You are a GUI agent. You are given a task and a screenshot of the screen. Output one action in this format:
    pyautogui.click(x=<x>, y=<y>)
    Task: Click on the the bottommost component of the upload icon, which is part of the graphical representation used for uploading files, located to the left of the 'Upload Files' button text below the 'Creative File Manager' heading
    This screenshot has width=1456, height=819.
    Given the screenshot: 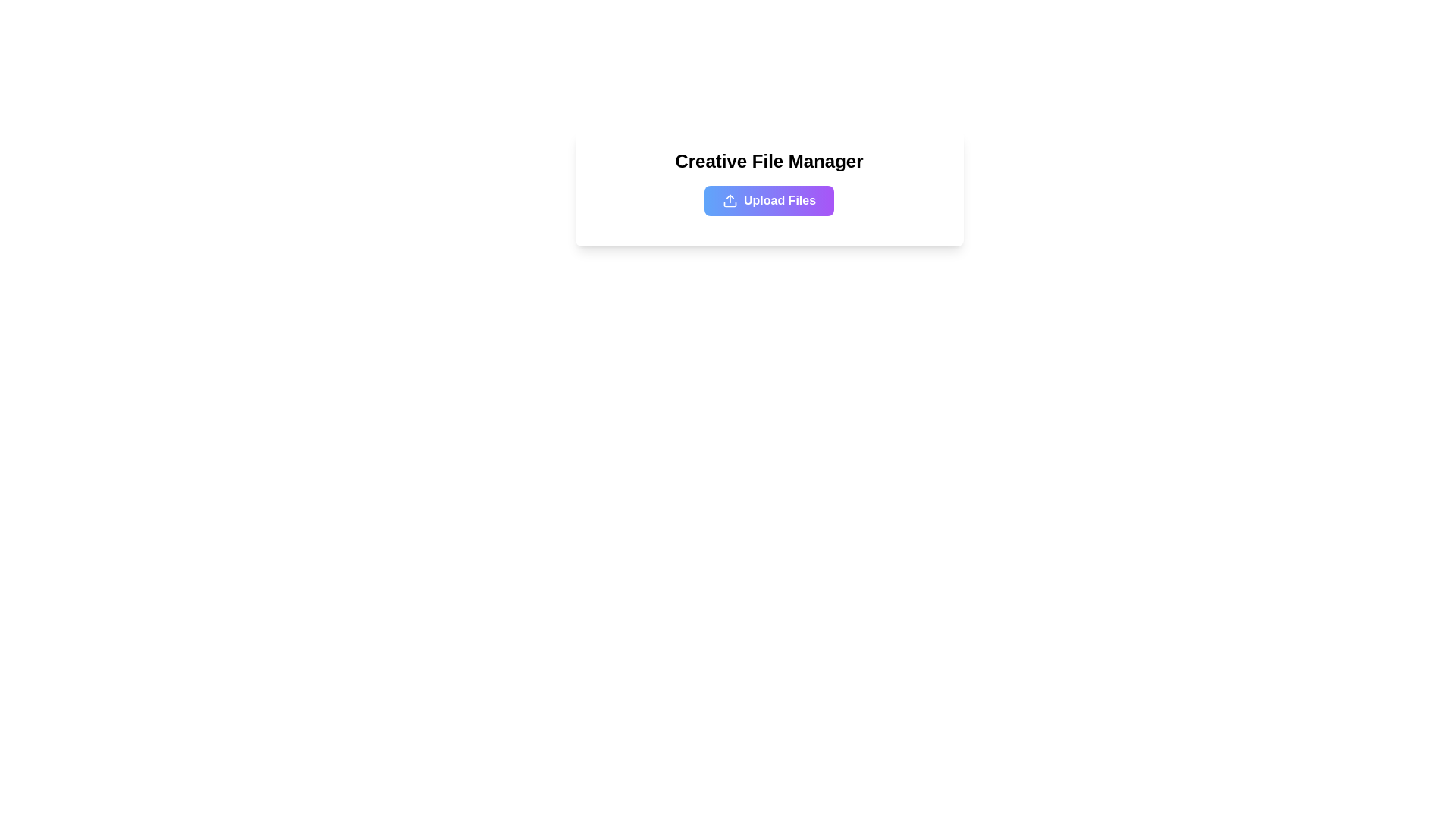 What is the action you would take?
    pyautogui.click(x=730, y=205)
    